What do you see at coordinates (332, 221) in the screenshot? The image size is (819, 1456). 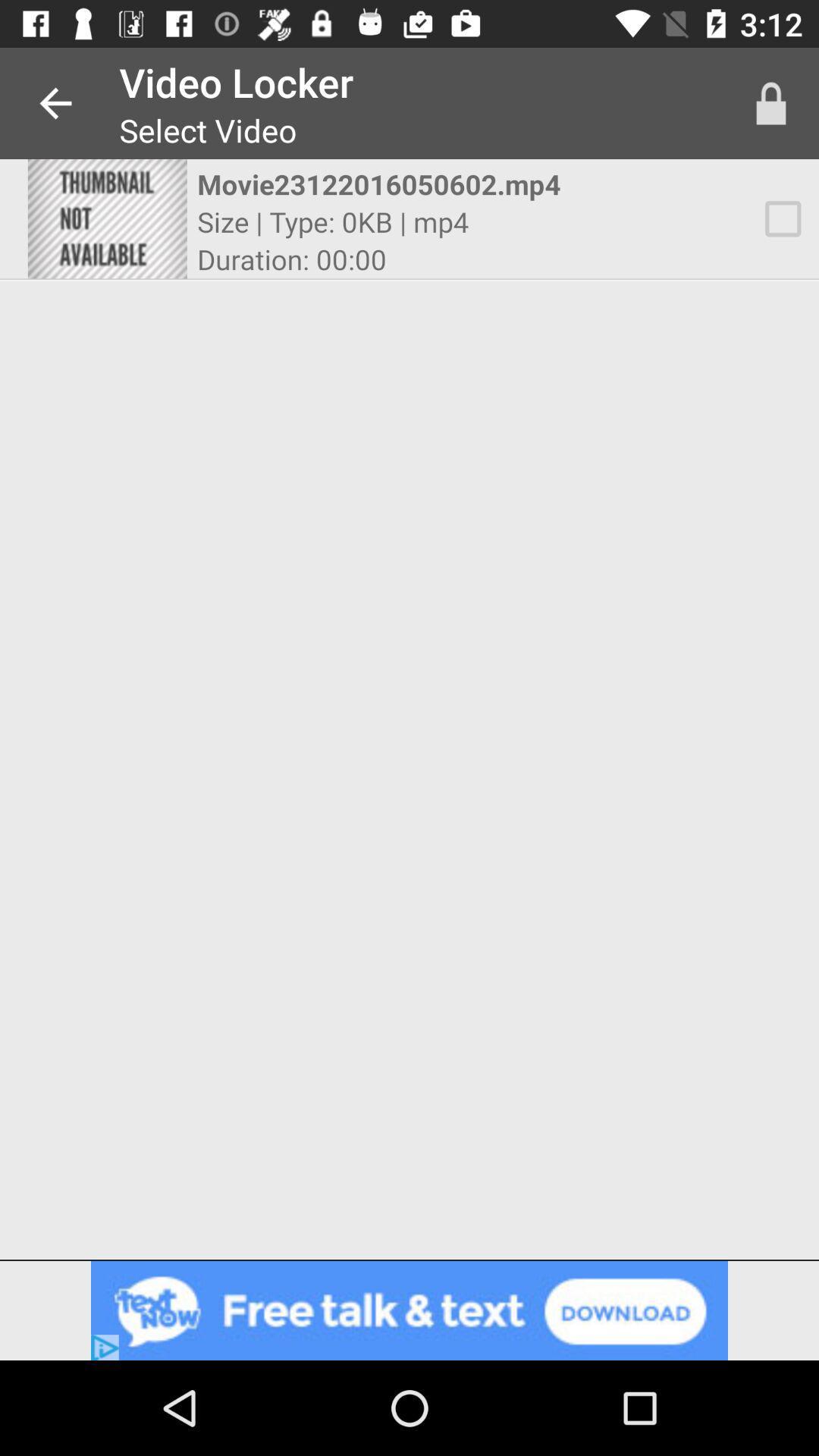 I see `size type 0kb item` at bounding box center [332, 221].